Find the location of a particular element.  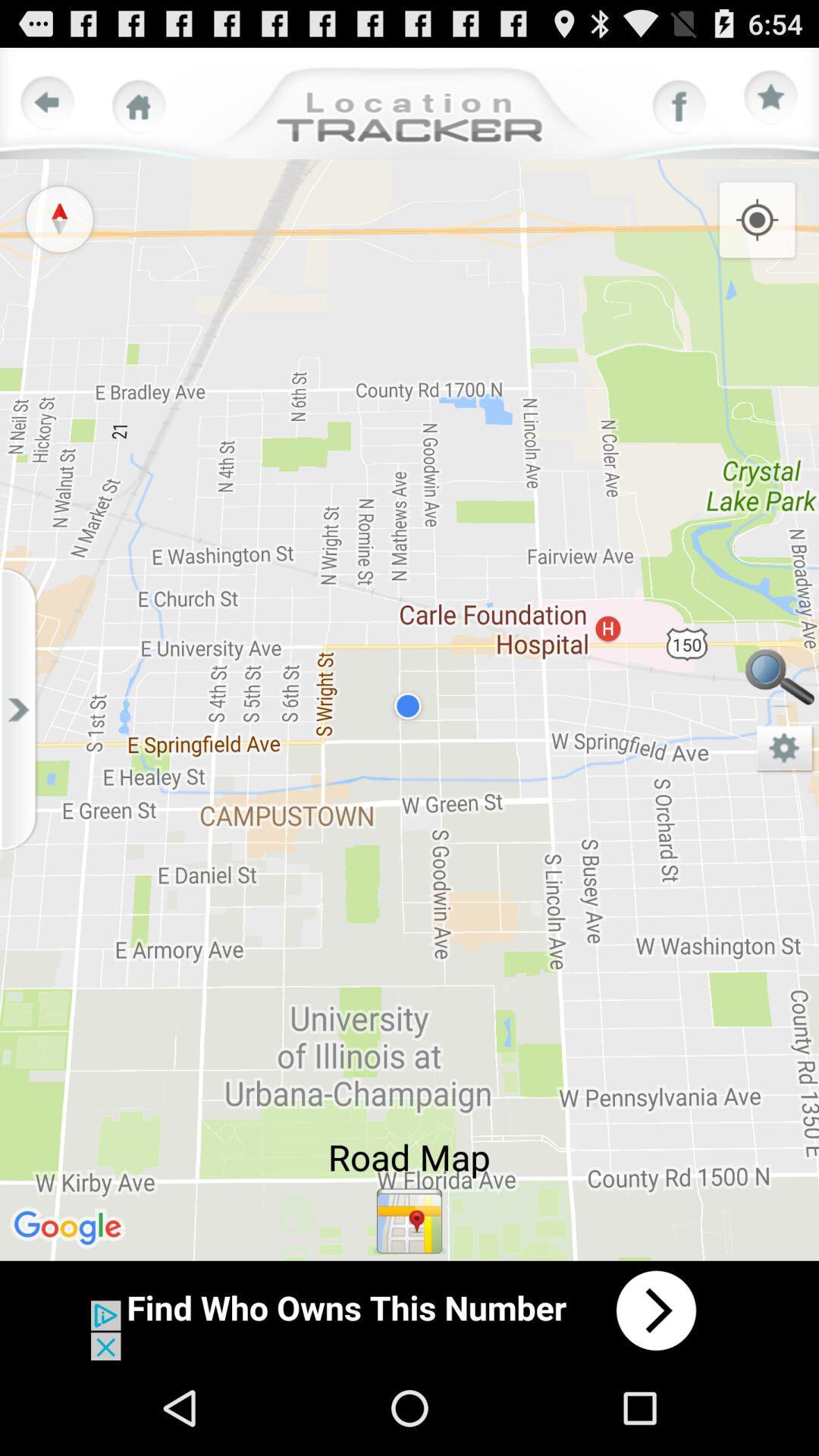

the location_crosshair icon is located at coordinates (757, 235).